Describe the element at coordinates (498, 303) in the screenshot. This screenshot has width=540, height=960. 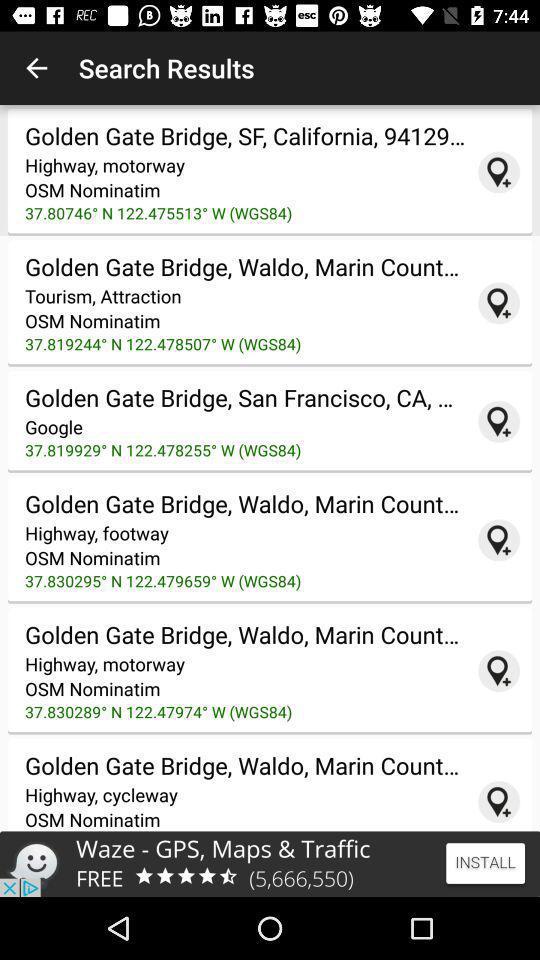
I see `location` at that location.